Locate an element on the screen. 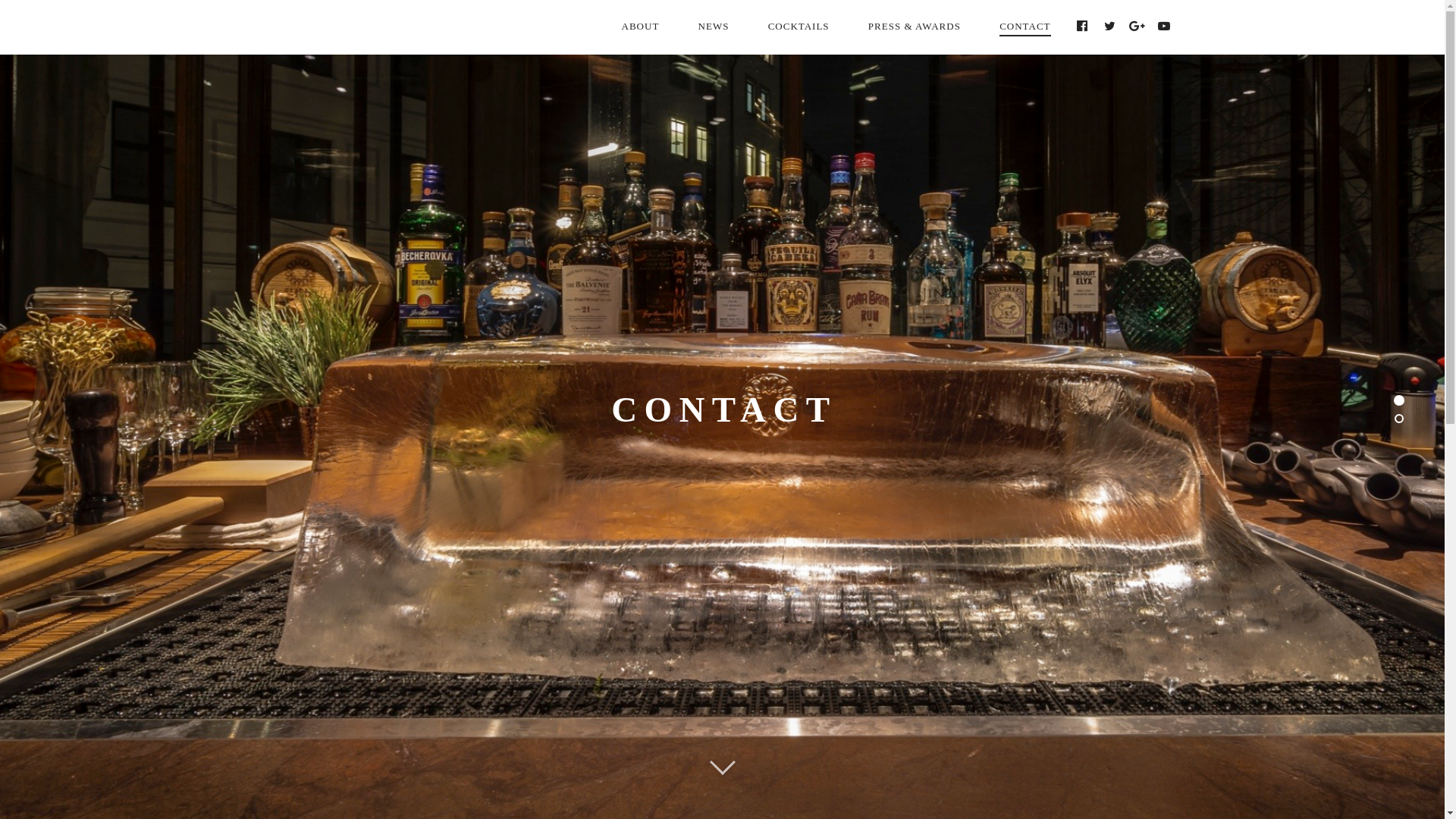  'ABOUT' is located at coordinates (603, 26).